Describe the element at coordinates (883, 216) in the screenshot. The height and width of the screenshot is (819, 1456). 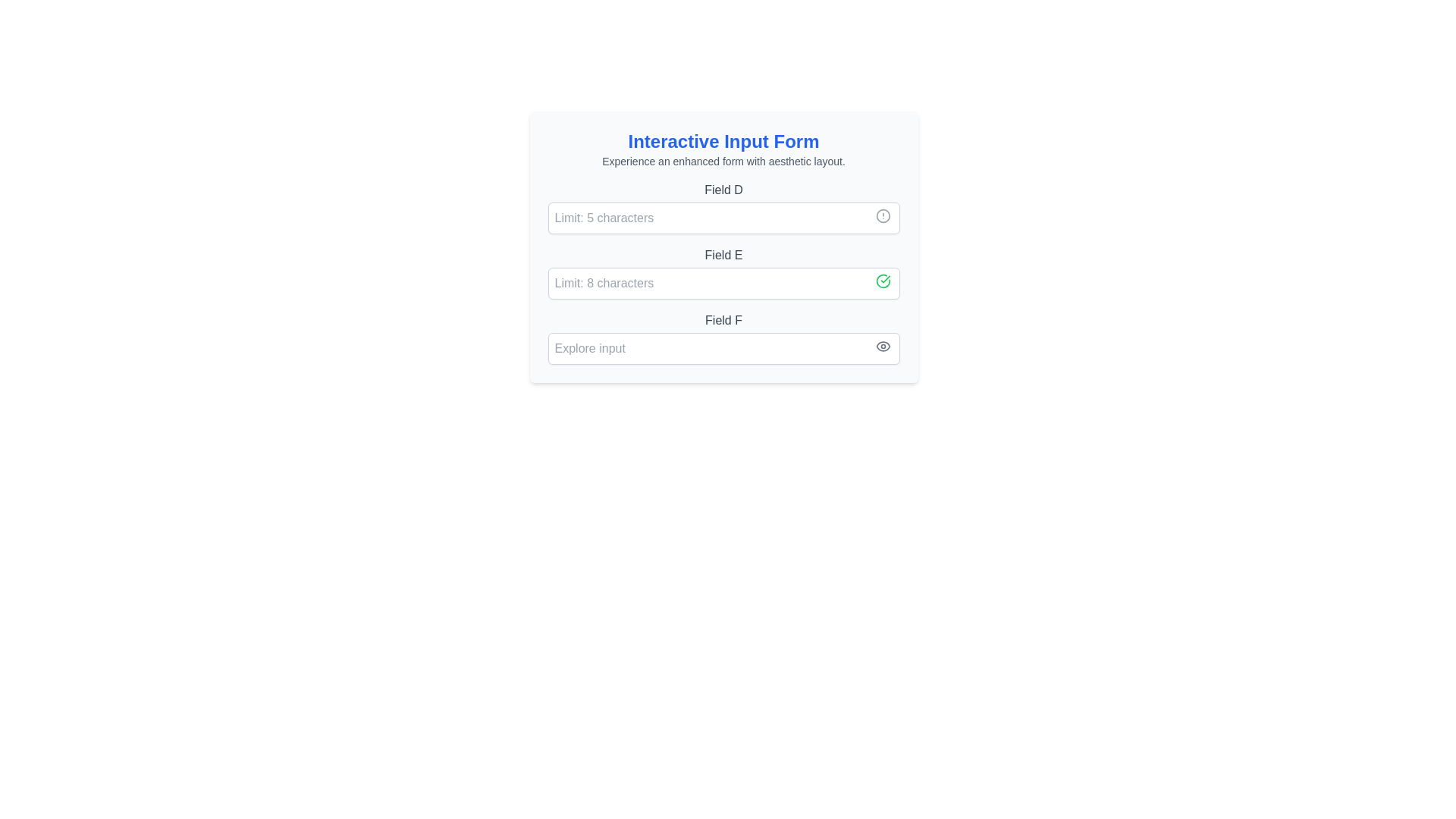
I see `the warning or informational indicator icon located at the rightmost part of the 'Field D' input section adjacent to the input area` at that location.